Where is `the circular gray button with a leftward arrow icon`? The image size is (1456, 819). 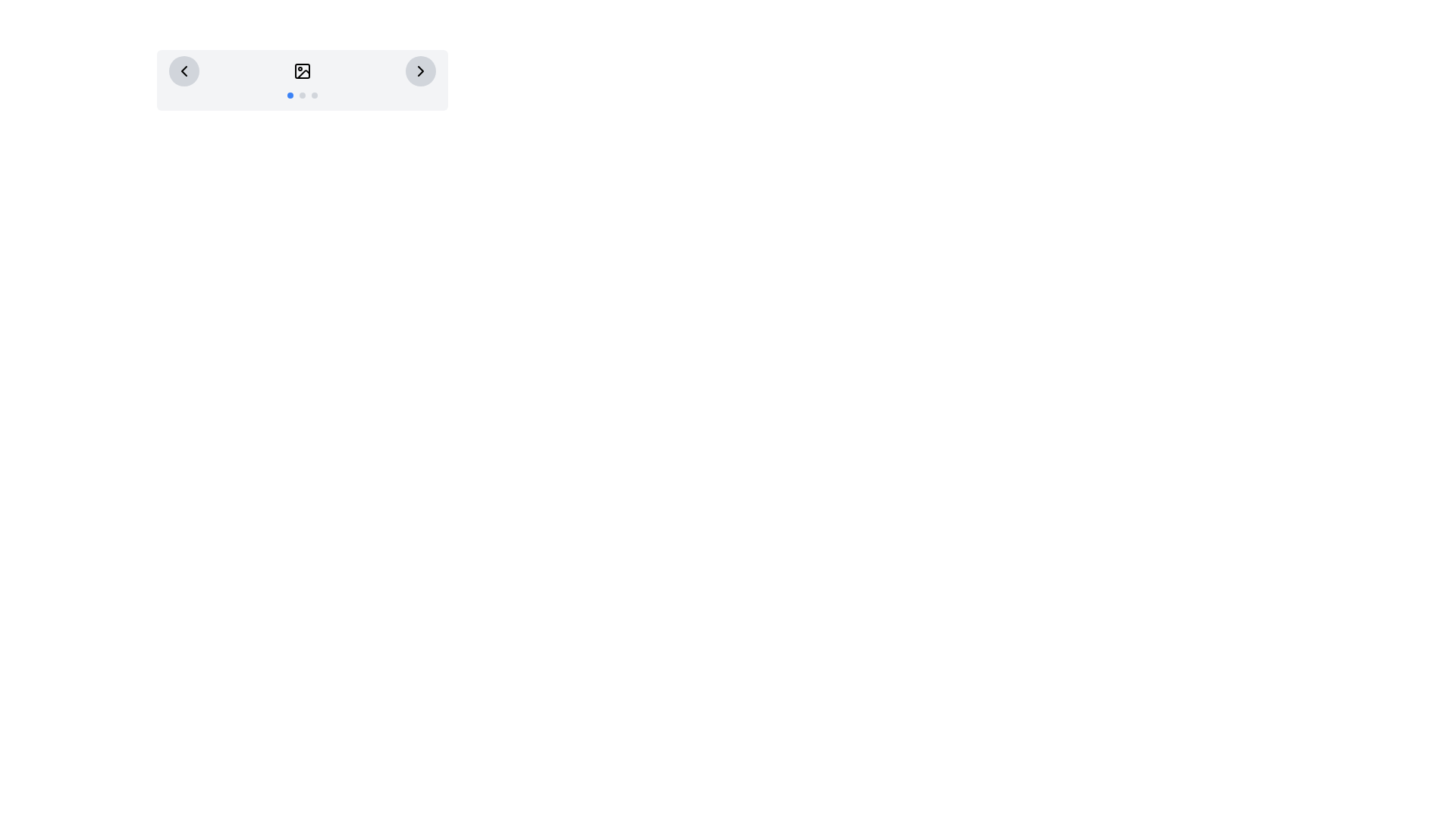 the circular gray button with a leftward arrow icon is located at coordinates (183, 71).